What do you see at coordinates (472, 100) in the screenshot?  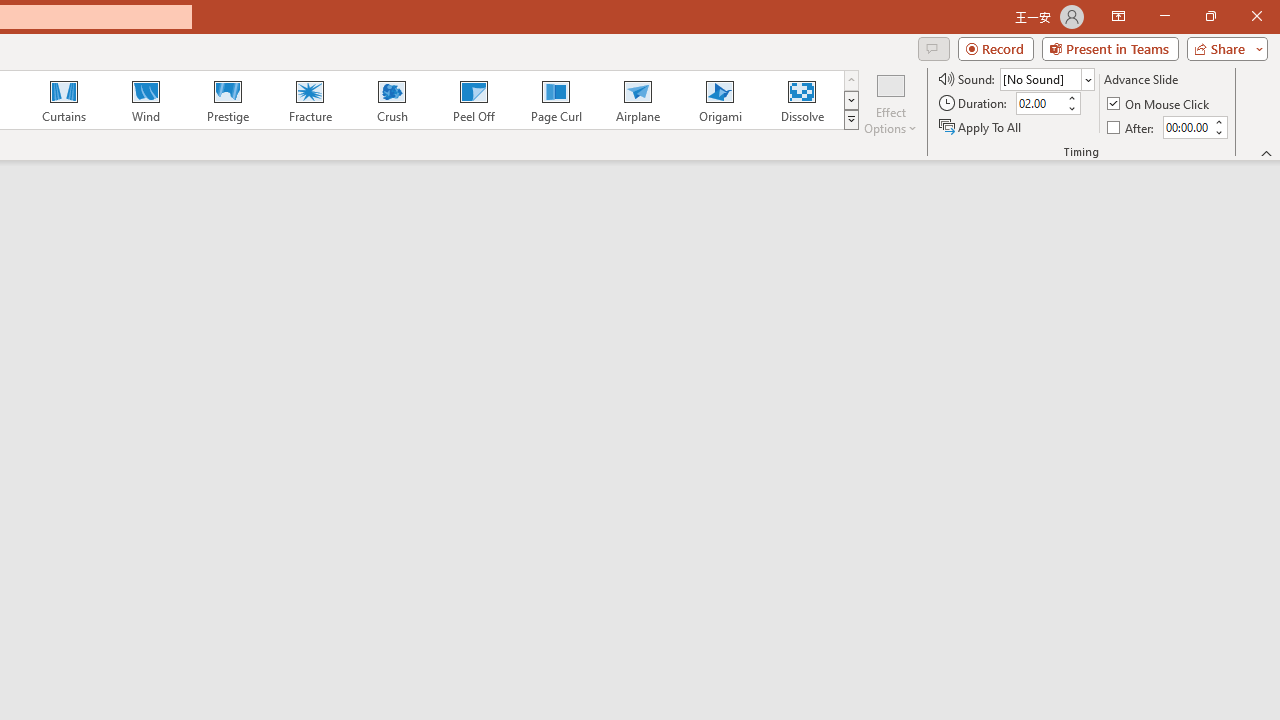 I see `'Peel Off'` at bounding box center [472, 100].